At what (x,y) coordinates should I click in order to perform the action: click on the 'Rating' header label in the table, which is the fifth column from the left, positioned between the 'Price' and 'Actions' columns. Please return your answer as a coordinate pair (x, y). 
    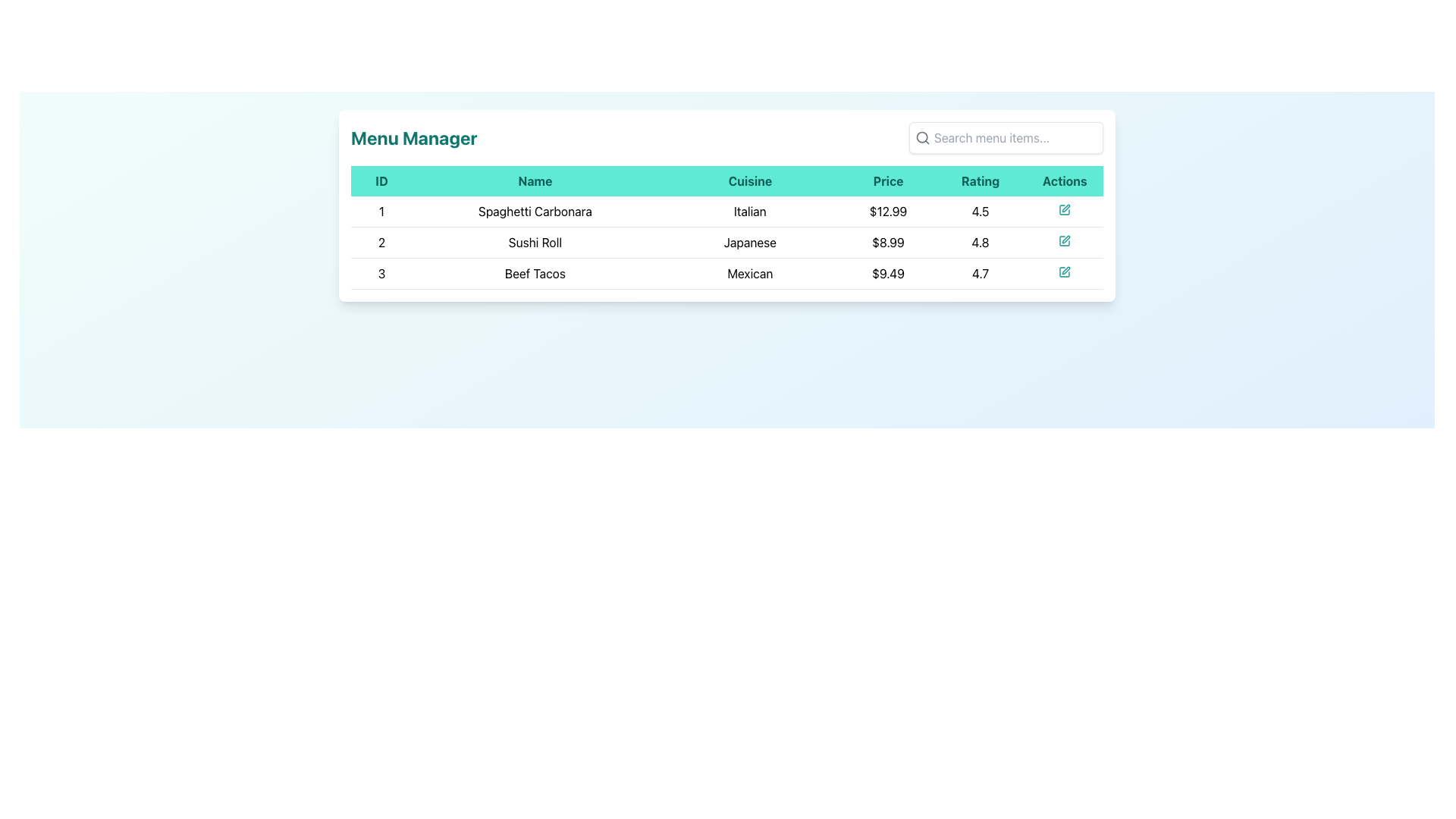
    Looking at the image, I should click on (980, 180).